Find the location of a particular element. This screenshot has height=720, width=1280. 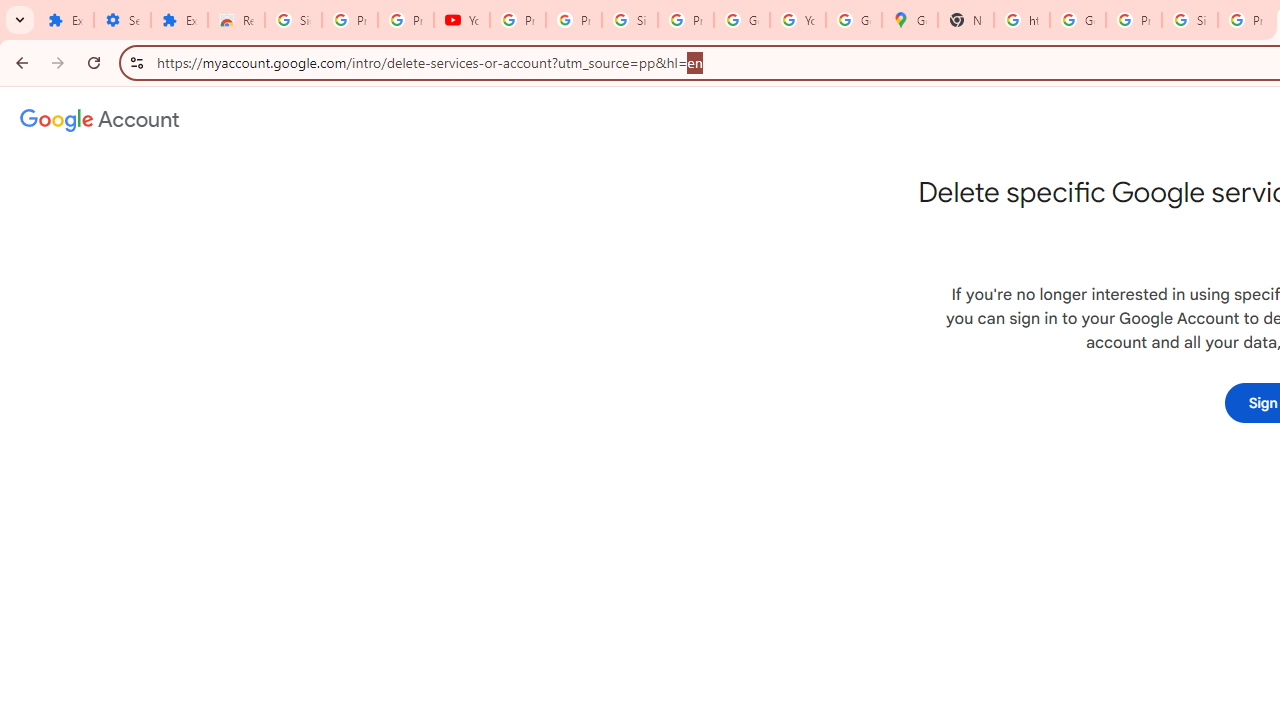

'Google Maps' is located at coordinates (909, 20).